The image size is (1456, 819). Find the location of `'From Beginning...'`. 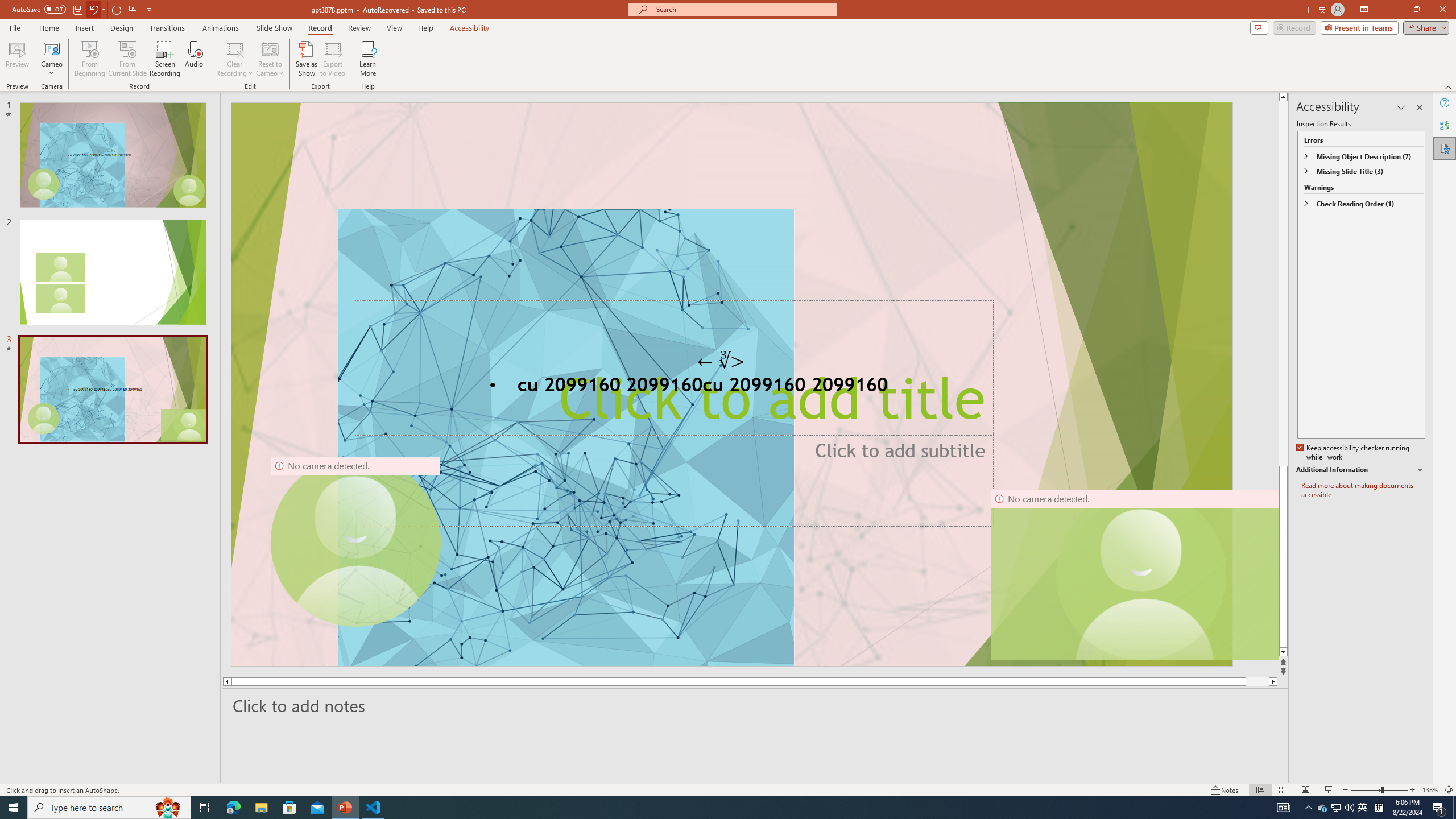

'From Beginning...' is located at coordinates (89, 59).